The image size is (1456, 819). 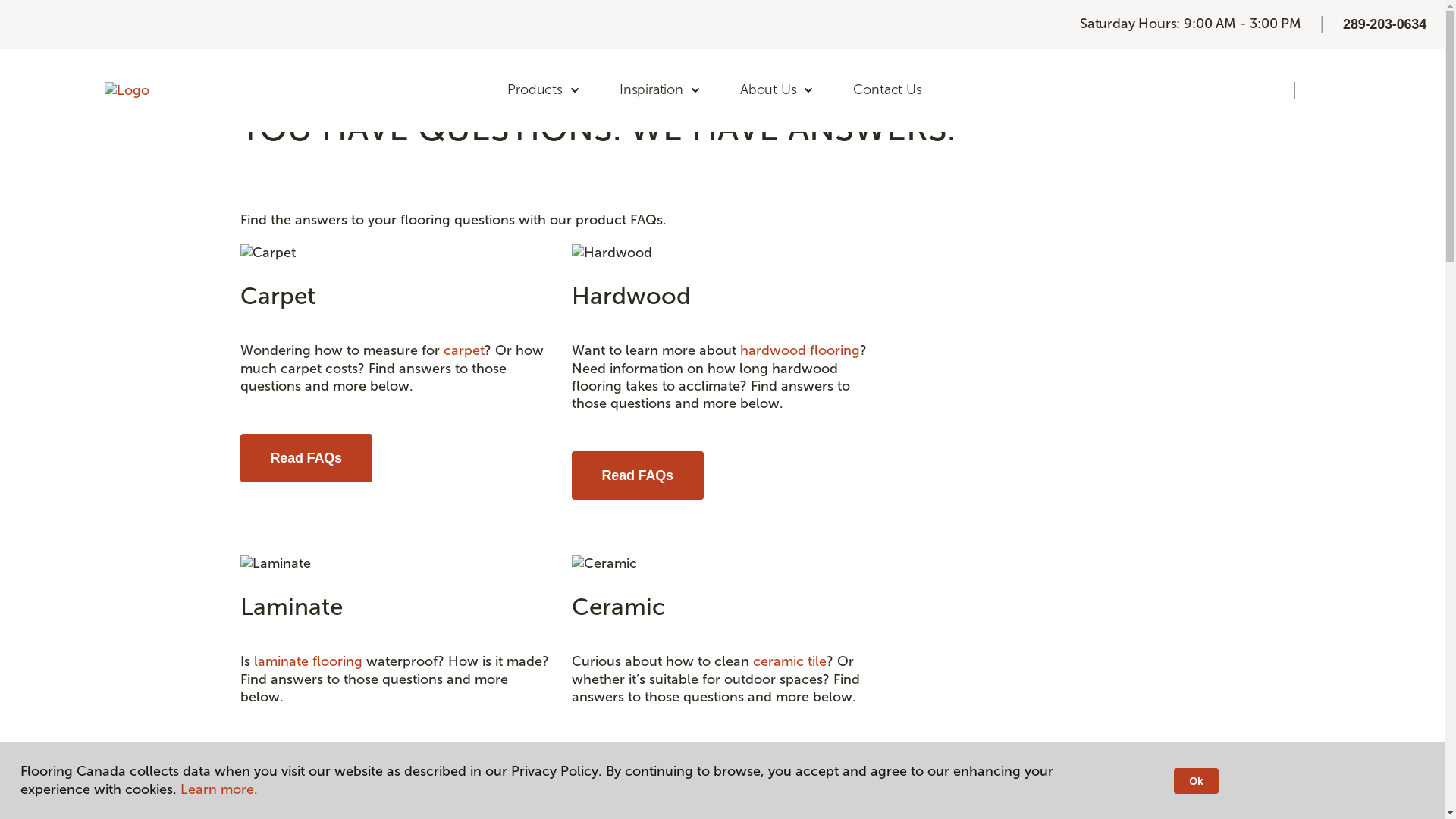 I want to click on 'Learn more.', so click(x=218, y=789).